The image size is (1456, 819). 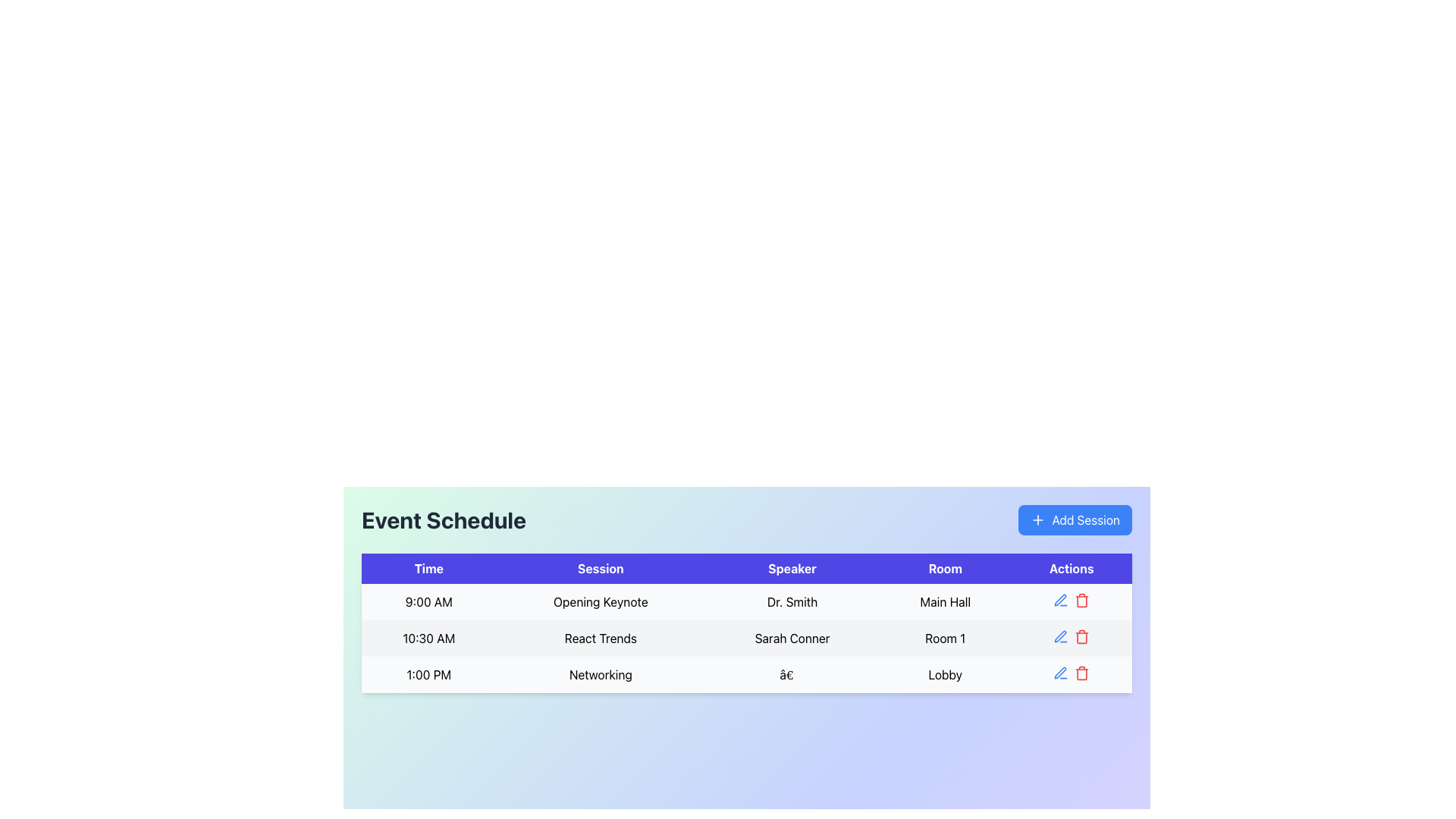 What do you see at coordinates (1070, 637) in the screenshot?
I see `the blue pencil icon in the 'Actions' column of the table row labeled 'React Trends - Sarah Conner - Room 1' to initiate editing` at bounding box center [1070, 637].